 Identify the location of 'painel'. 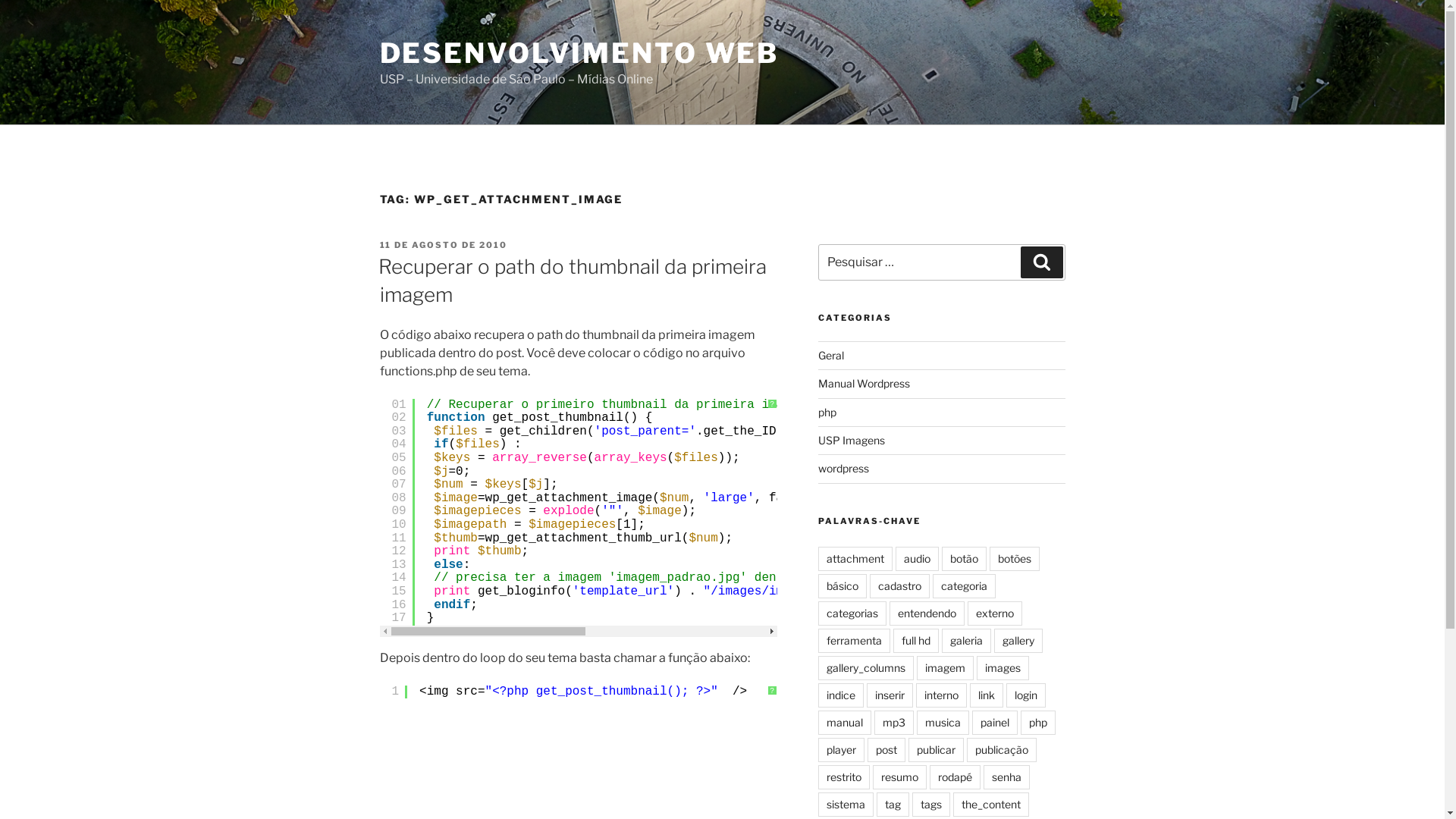
(971, 721).